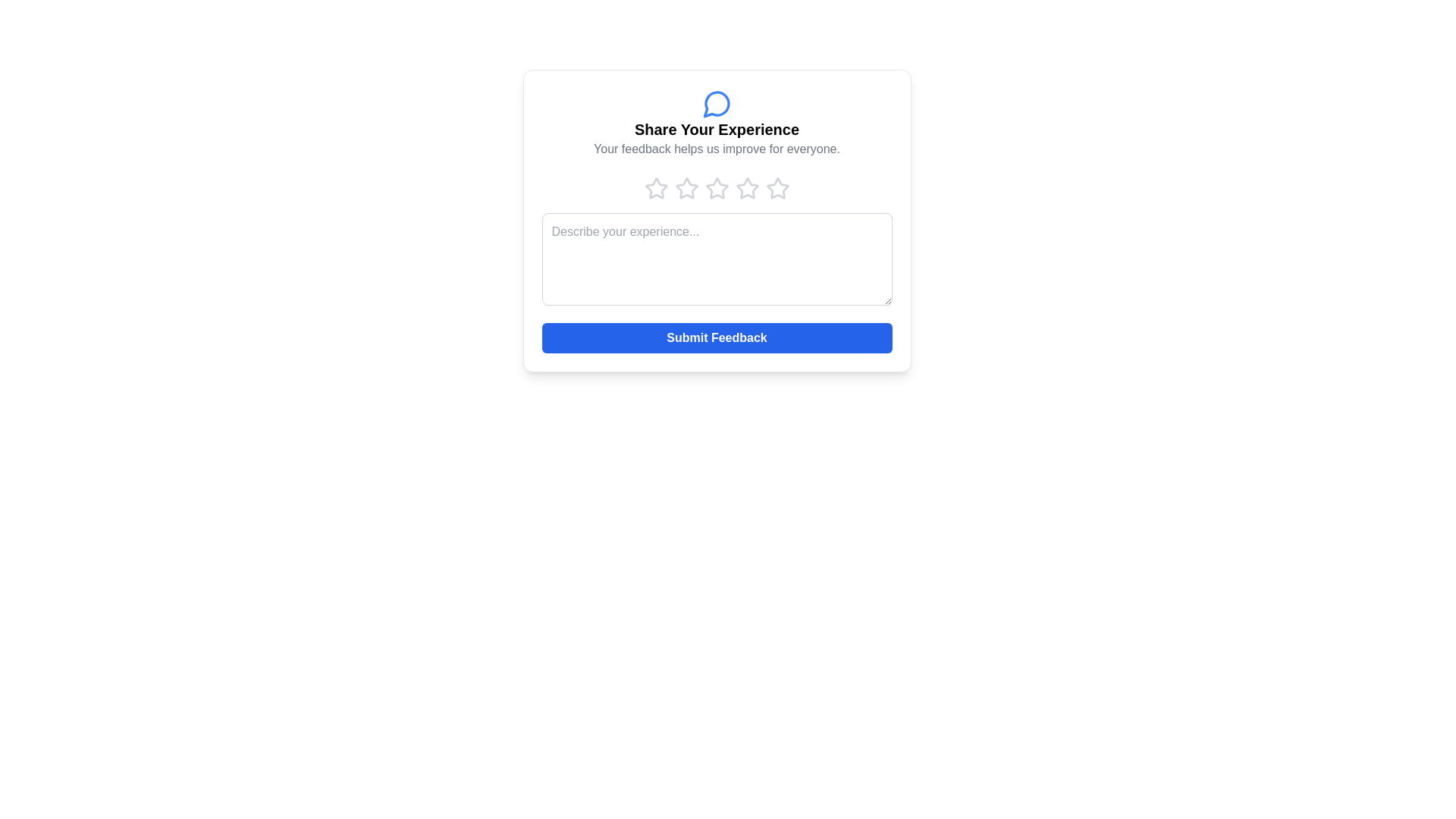 The width and height of the screenshot is (1456, 819). Describe the element at coordinates (715, 103) in the screenshot. I see `the speech bubble icon, which is a vector graphic resembling a minimalist speech bubble with a blue outline and white fill, located above the main heading 'Share Your Experience'` at that location.